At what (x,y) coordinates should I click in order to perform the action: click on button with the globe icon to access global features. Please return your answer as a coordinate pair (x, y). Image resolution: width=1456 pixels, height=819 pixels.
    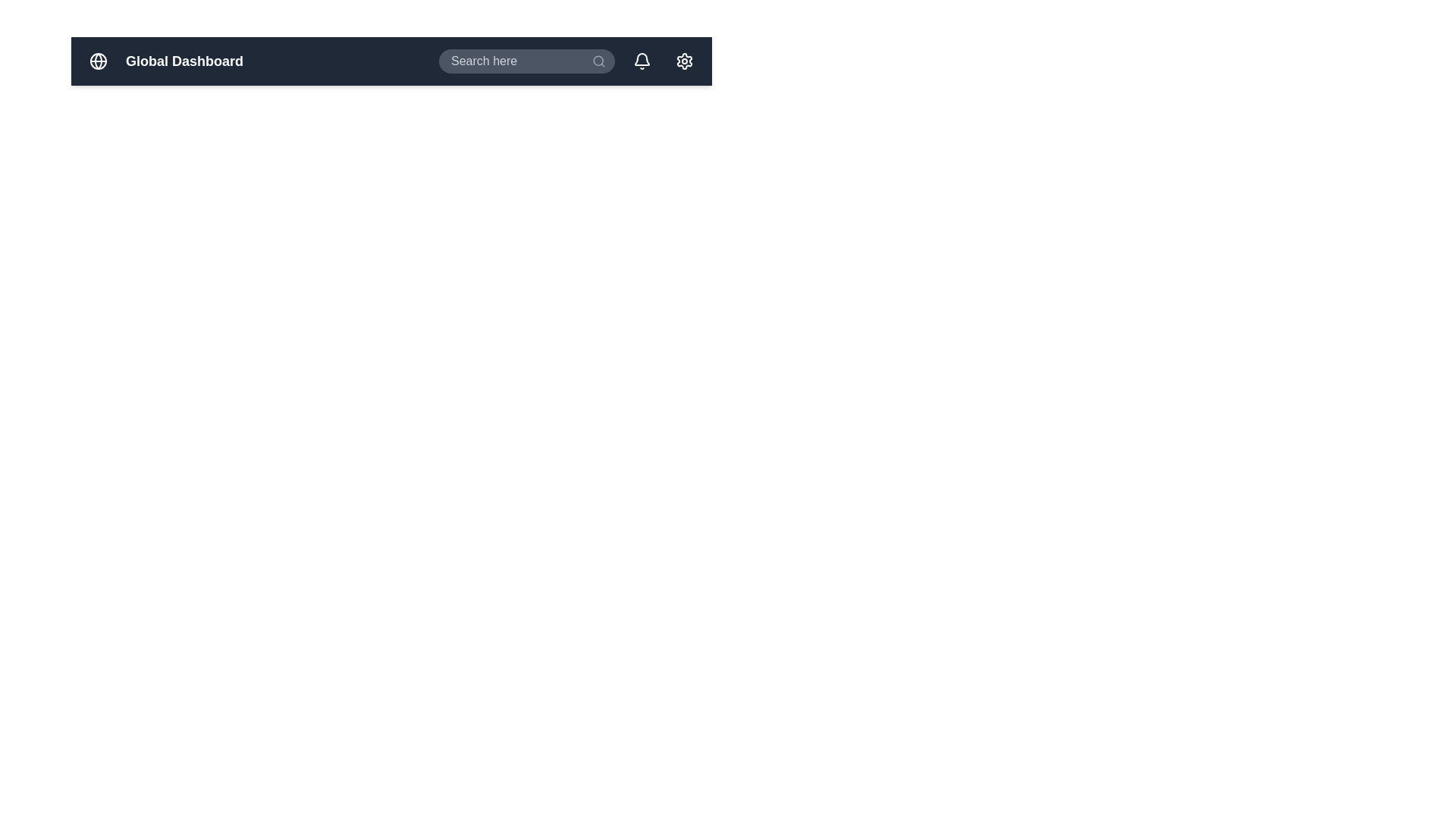
    Looking at the image, I should click on (97, 61).